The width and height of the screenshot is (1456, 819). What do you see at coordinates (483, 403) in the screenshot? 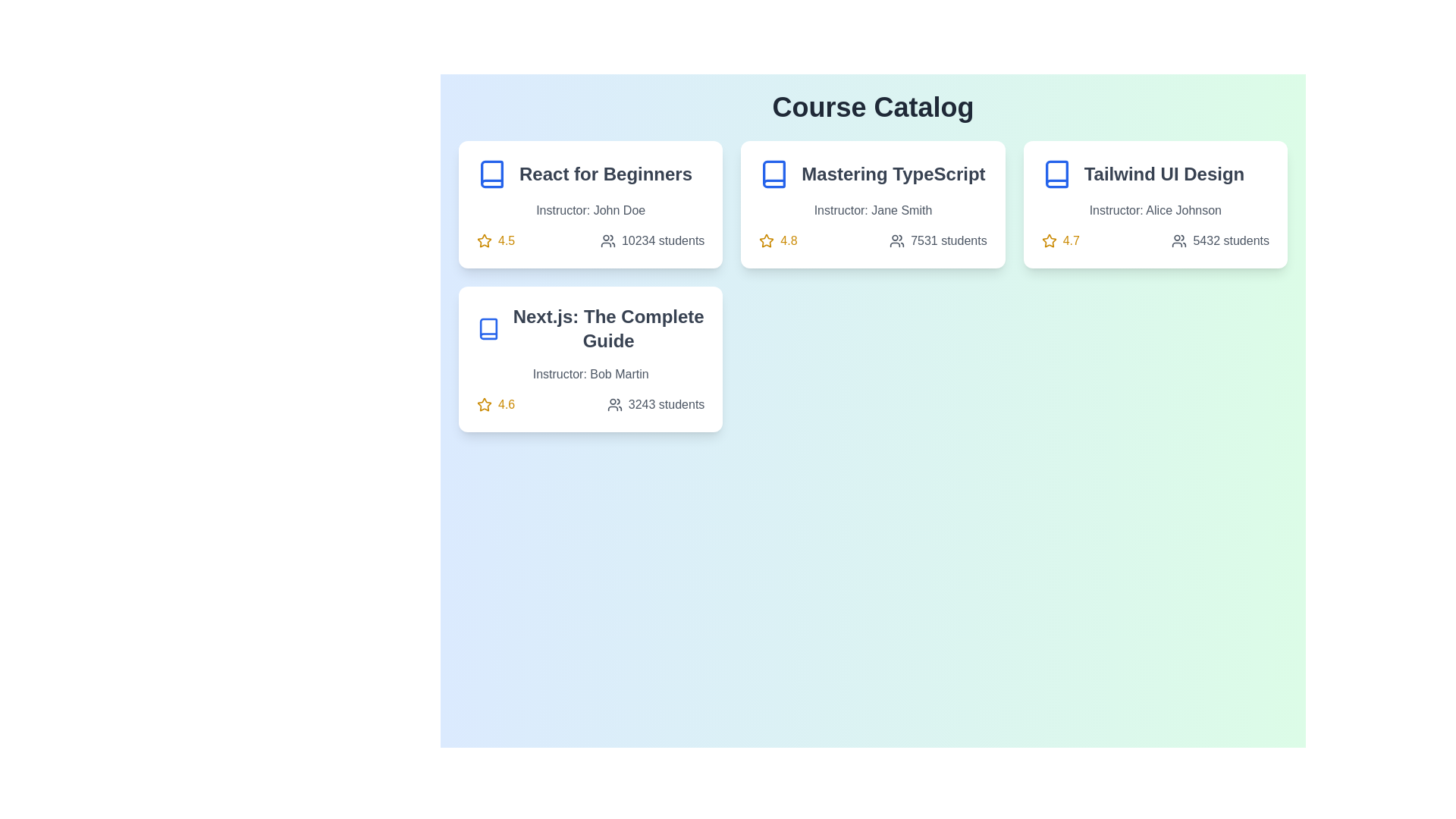
I see `the star icon representing the rating system for the 'Next.js: The Complete Guide' course` at bounding box center [483, 403].